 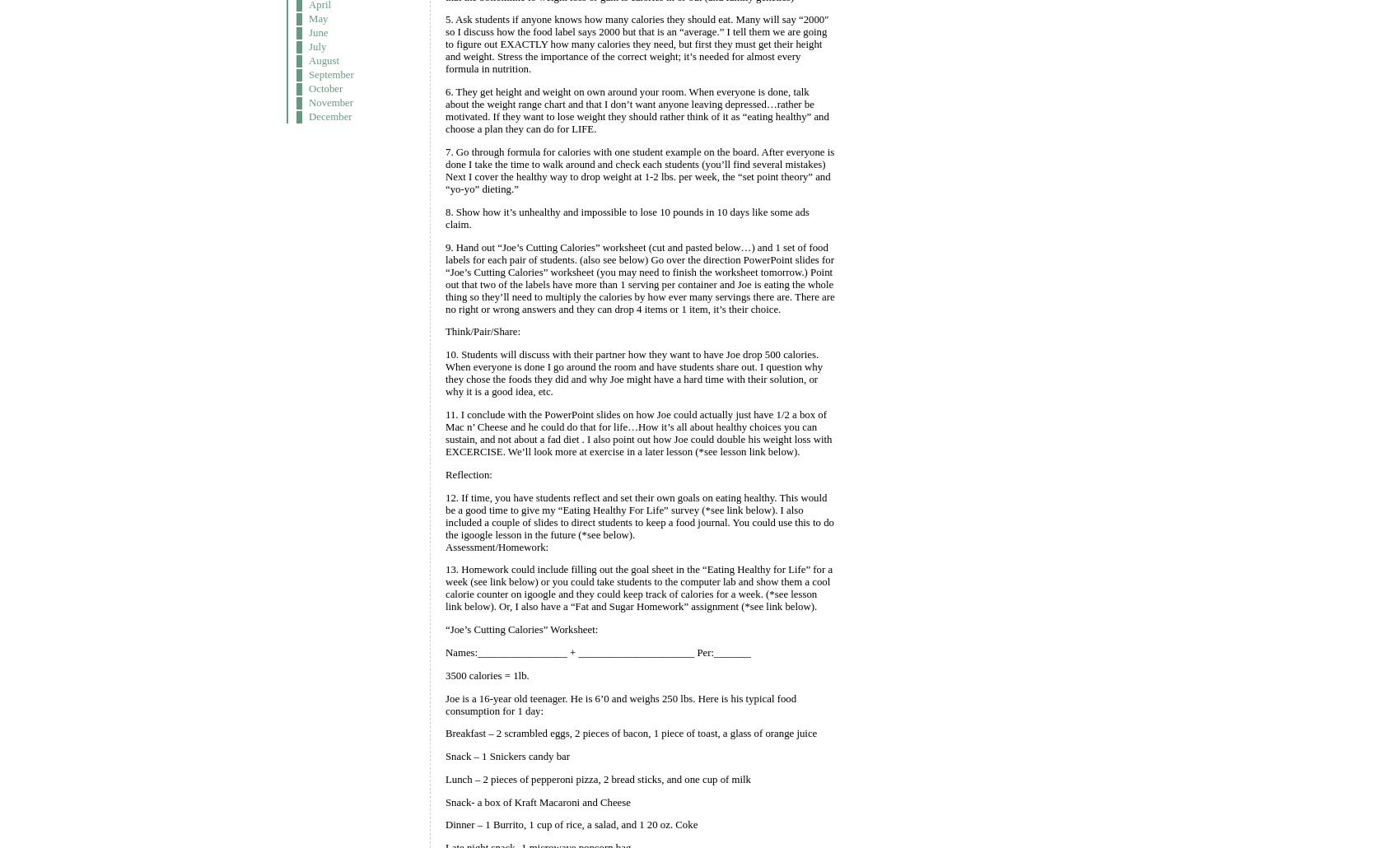 What do you see at coordinates (308, 32) in the screenshot?
I see `'June'` at bounding box center [308, 32].